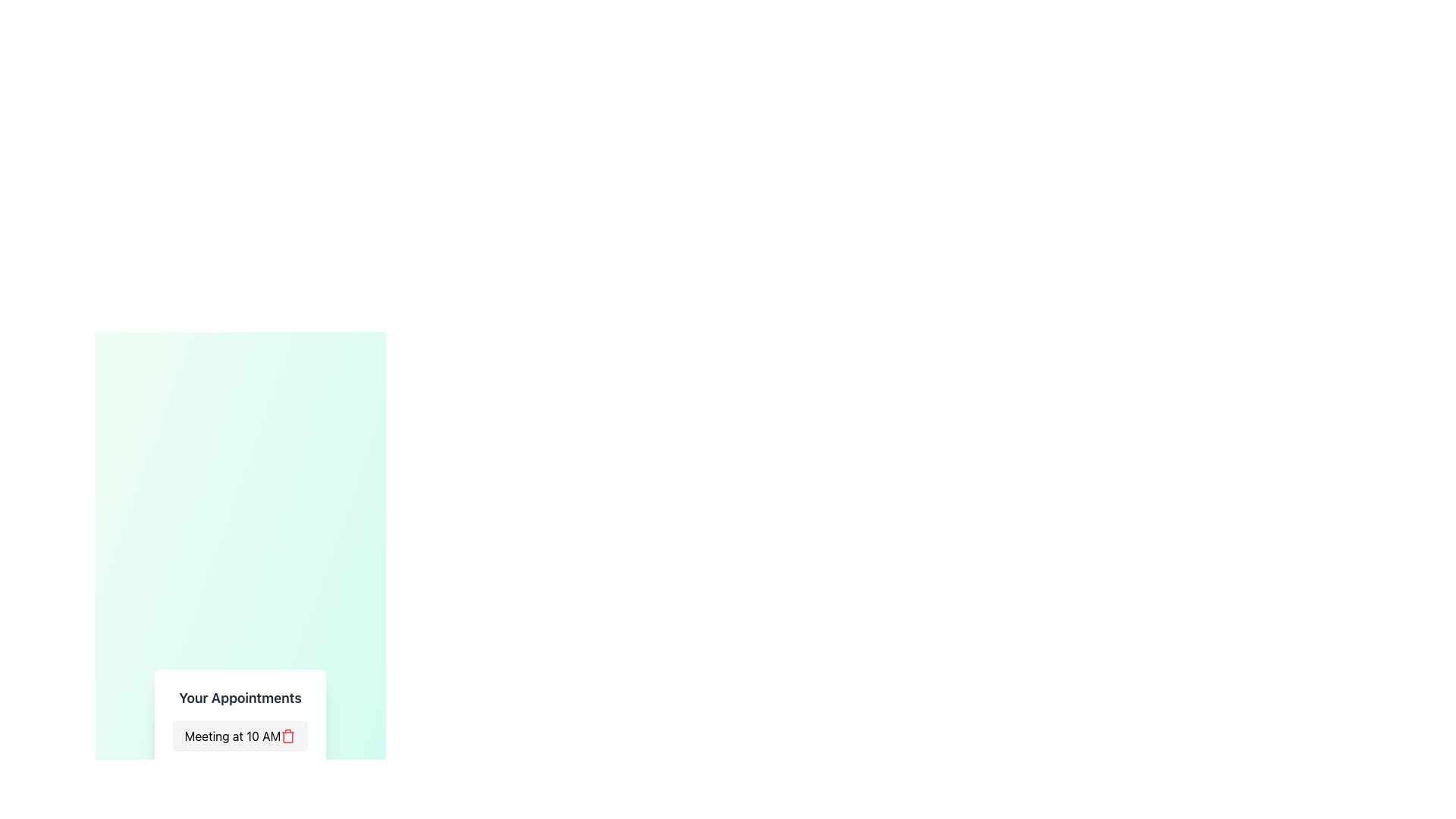 The height and width of the screenshot is (819, 1456). I want to click on the text label that says 'Your Appointments', which is styled in a bold, large dark gray font and is positioned at the top of a card-like structure, so click(239, 698).